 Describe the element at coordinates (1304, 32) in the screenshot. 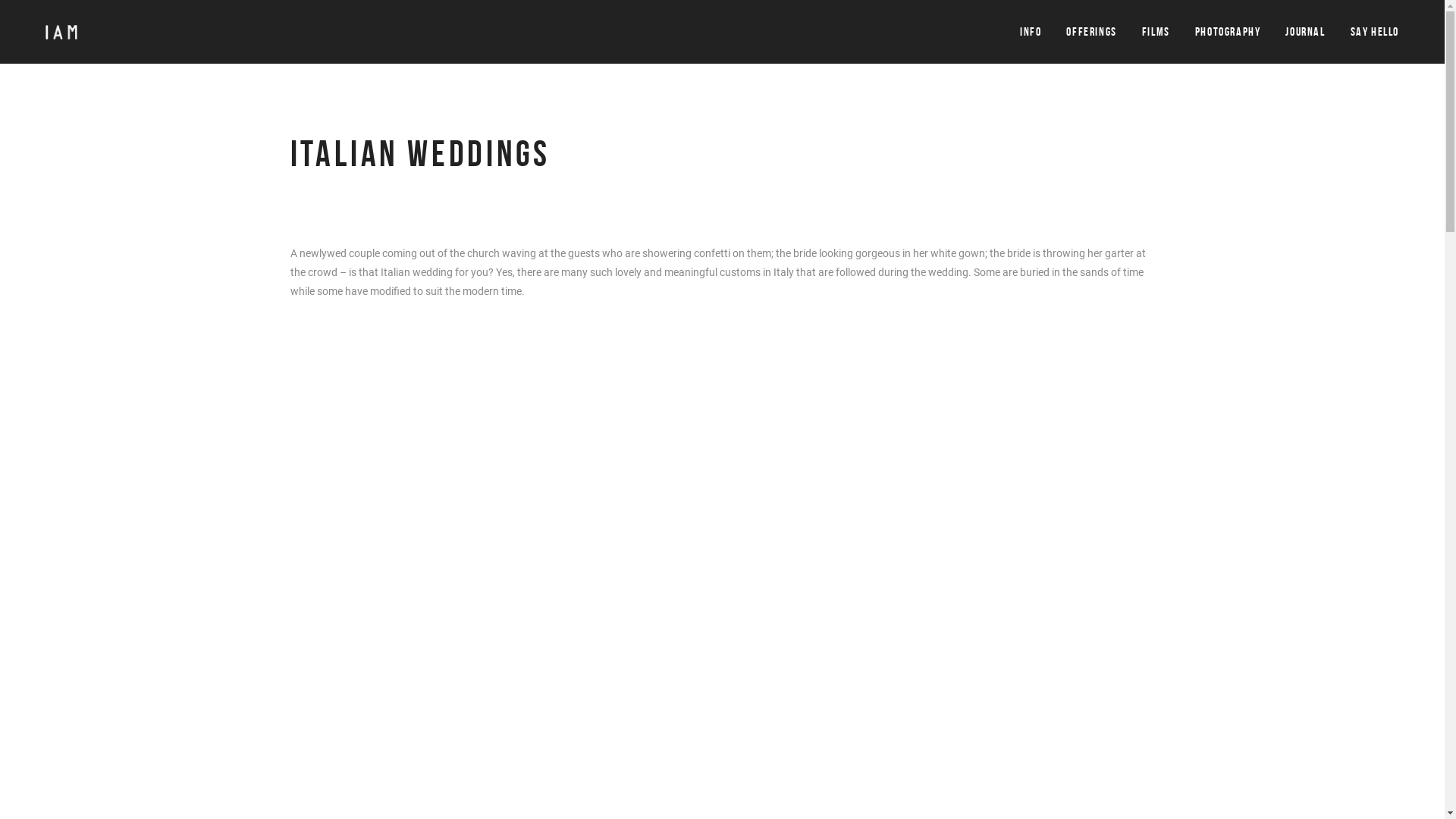

I see `'JOURNAL'` at that location.